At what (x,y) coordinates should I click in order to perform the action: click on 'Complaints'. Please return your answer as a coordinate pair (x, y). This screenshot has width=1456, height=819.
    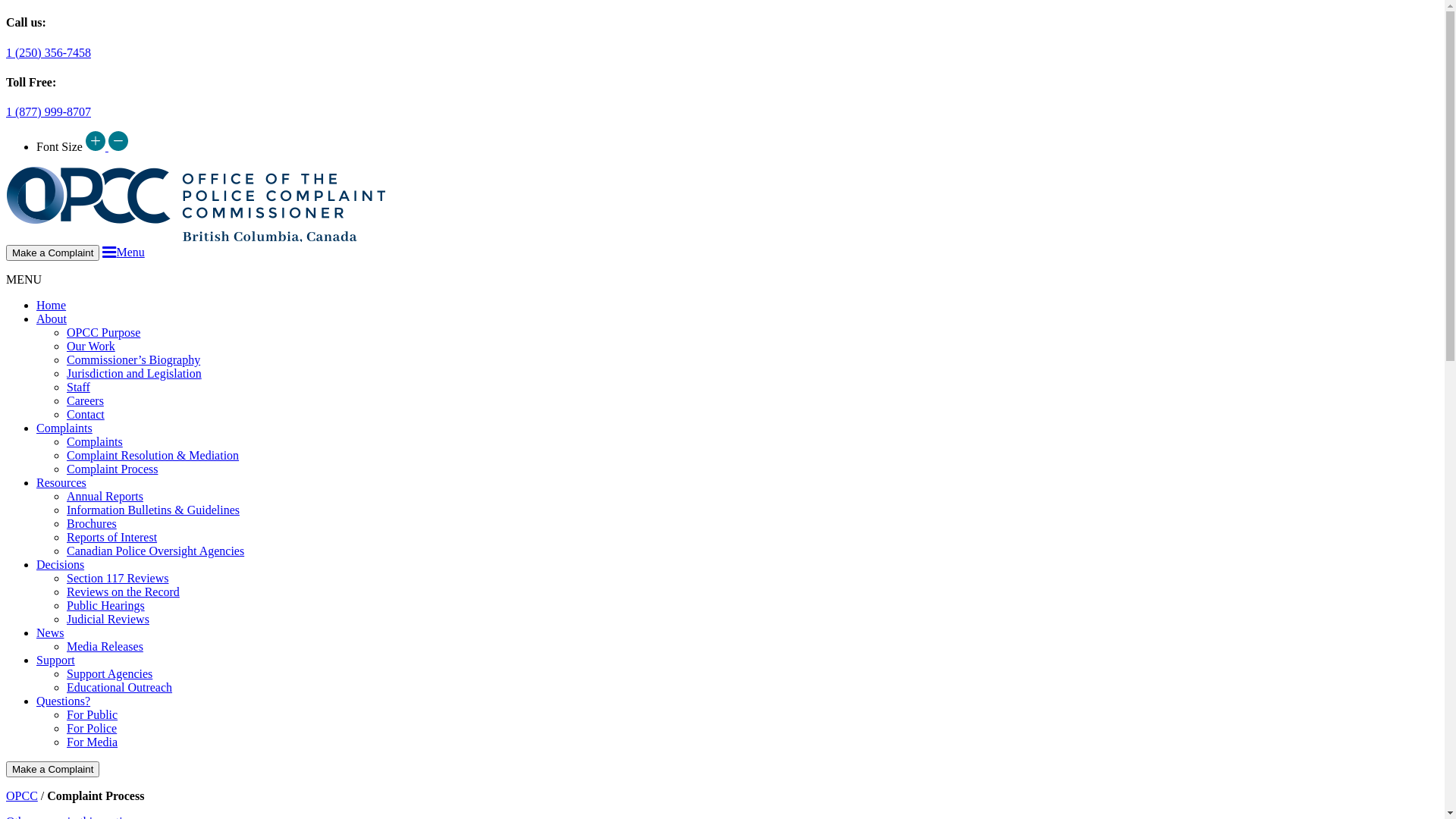
    Looking at the image, I should click on (93, 441).